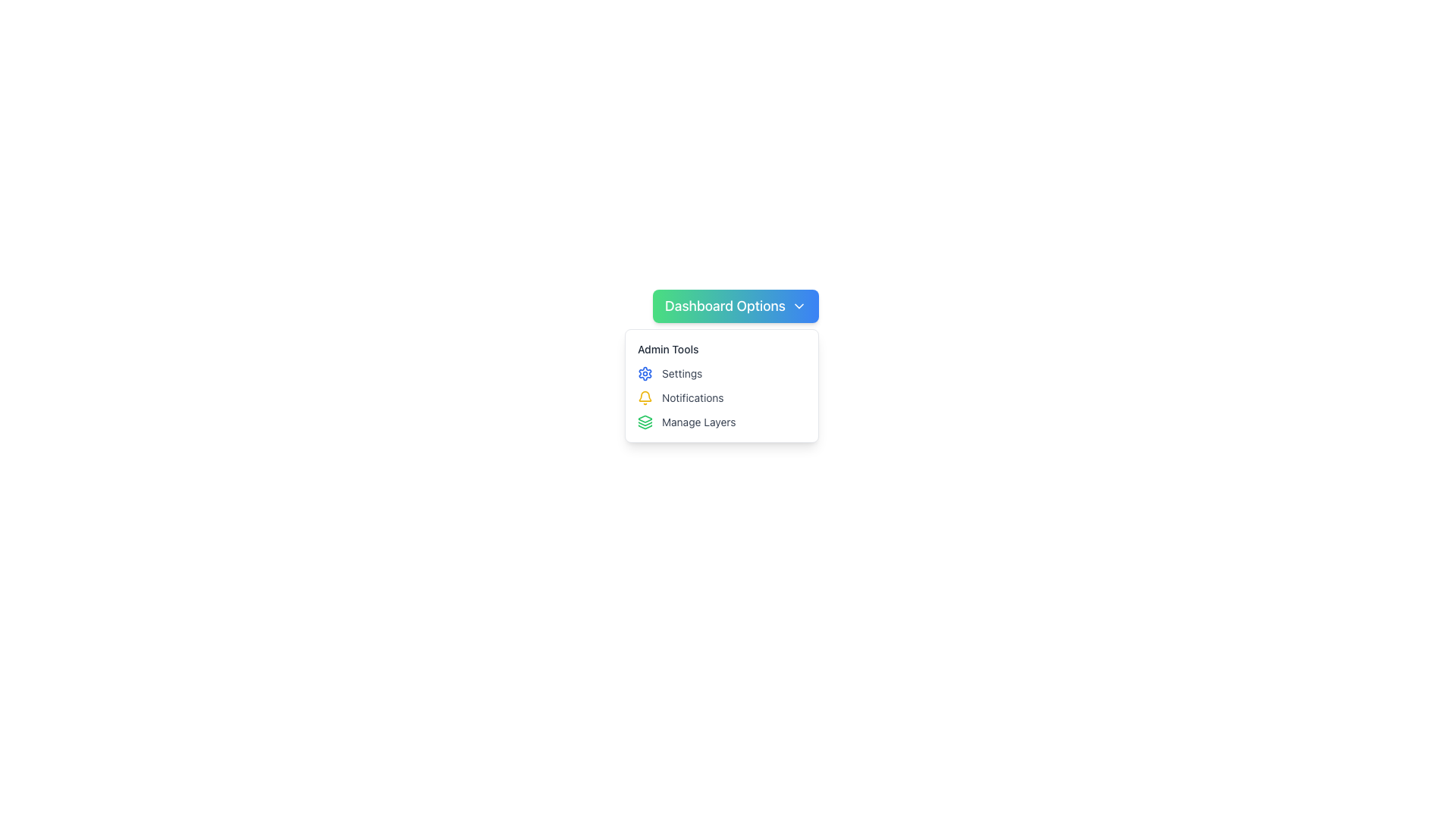  What do you see at coordinates (645, 427) in the screenshot?
I see `the decorative icon segment representing layers, which is located to the left of the 'Manage Layers' text in the dropdown menu` at bounding box center [645, 427].